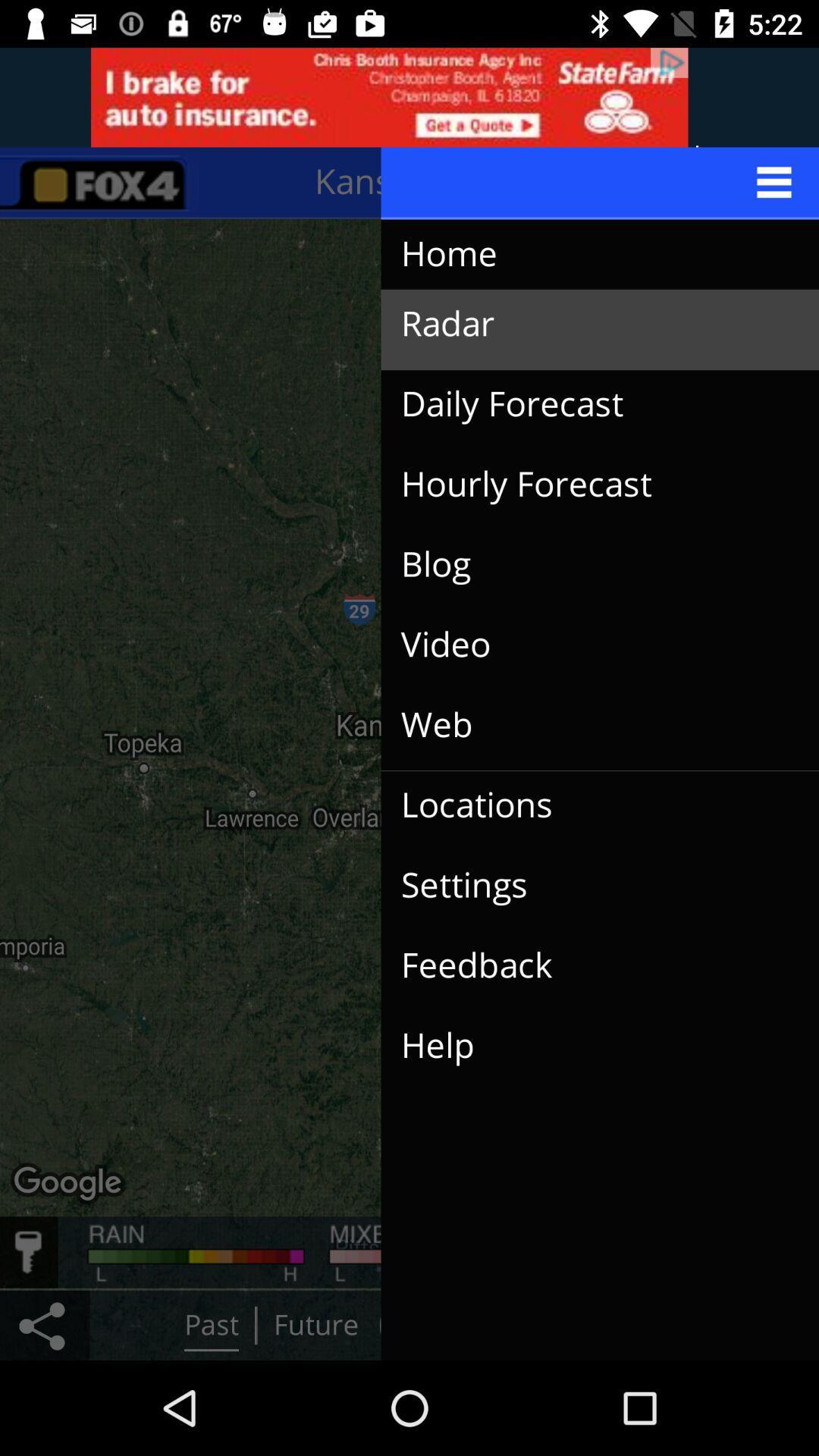 This screenshot has width=819, height=1456. Describe the element at coordinates (44, 1324) in the screenshot. I see `the share icon` at that location.